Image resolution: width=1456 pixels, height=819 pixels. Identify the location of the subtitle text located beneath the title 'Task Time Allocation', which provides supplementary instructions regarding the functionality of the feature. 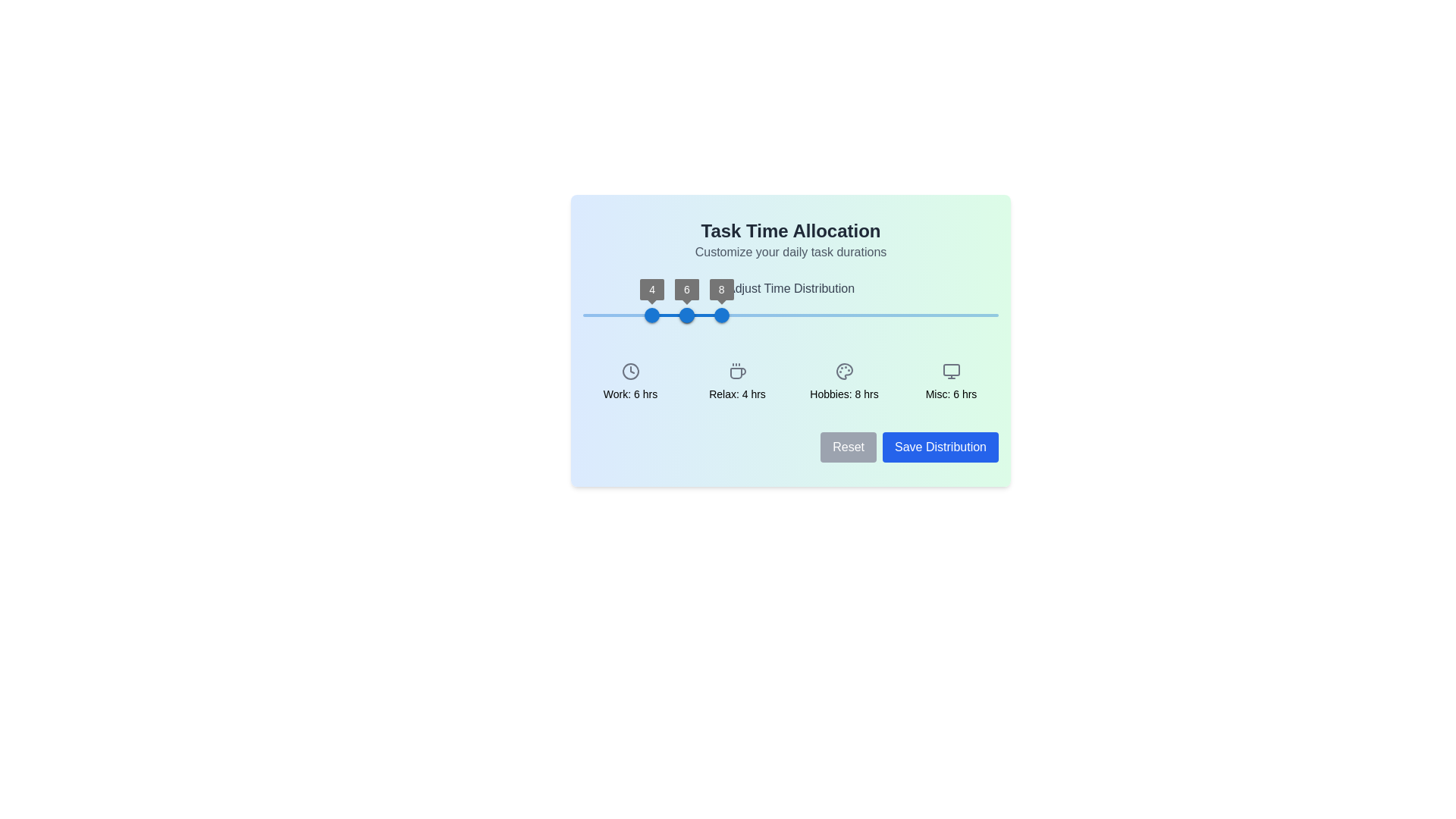
(789, 251).